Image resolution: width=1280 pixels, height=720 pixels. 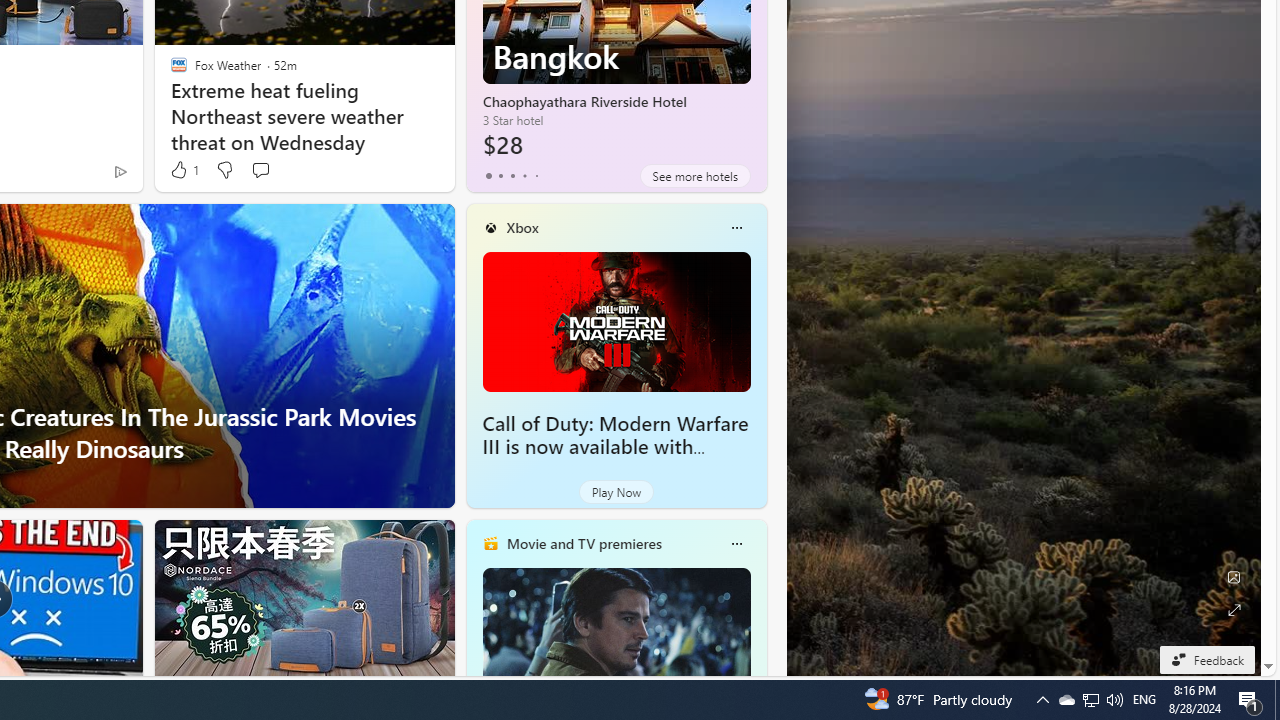 I want to click on 'Edit Background', so click(x=1232, y=577).